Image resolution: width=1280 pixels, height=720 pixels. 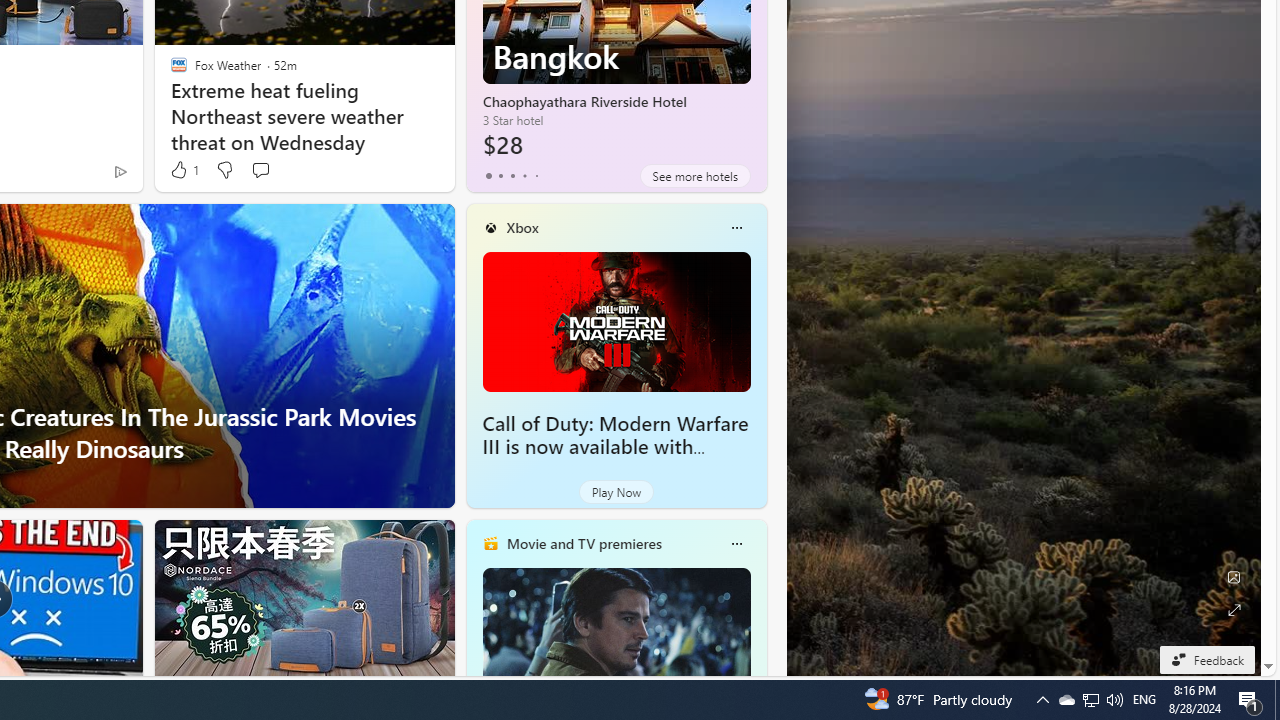 I want to click on 'Edit Background', so click(x=1232, y=577).